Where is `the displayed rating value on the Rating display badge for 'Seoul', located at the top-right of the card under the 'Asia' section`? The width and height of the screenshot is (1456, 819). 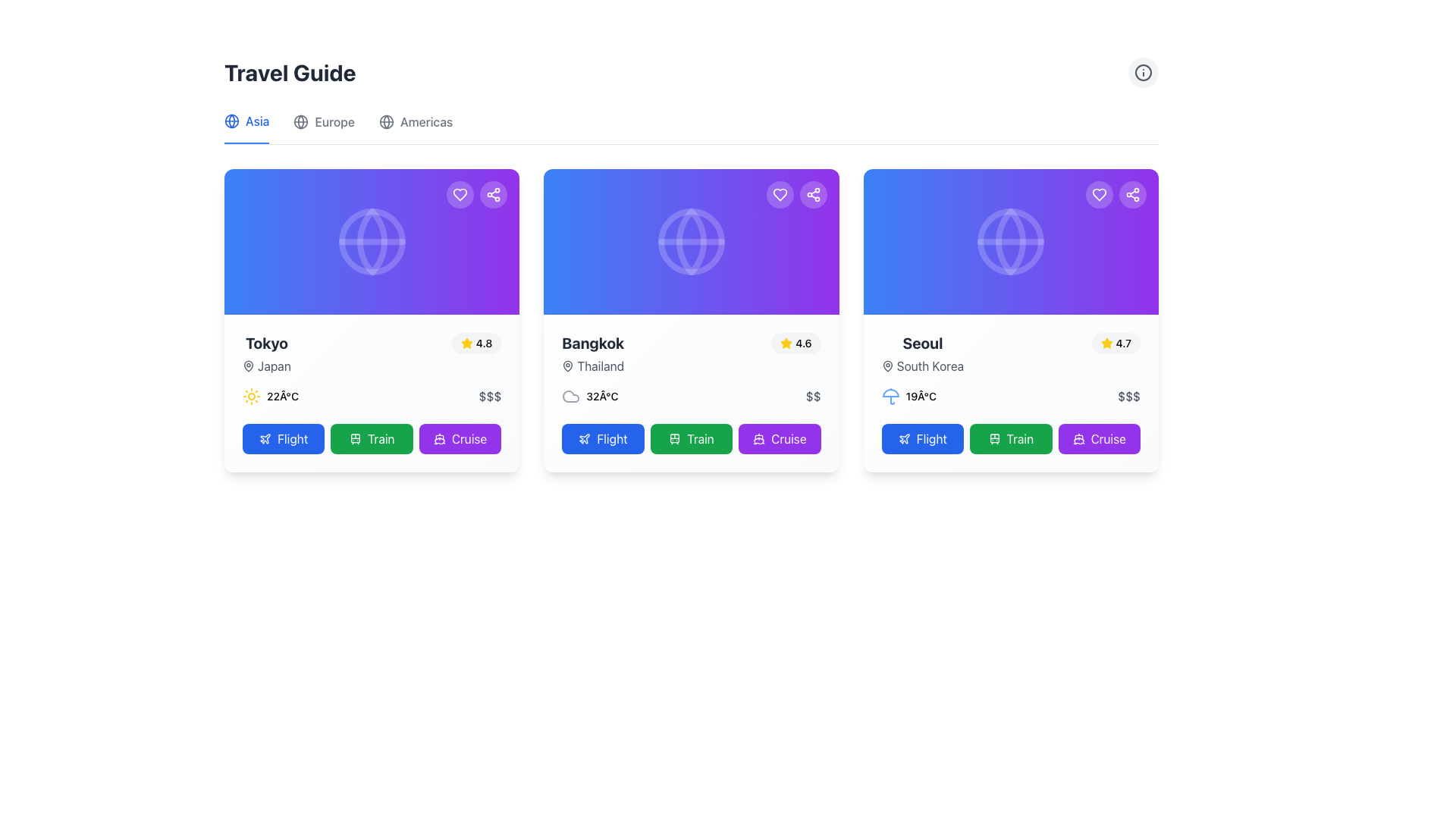
the displayed rating value on the Rating display badge for 'Seoul', located at the top-right of the card under the 'Asia' section is located at coordinates (1116, 343).